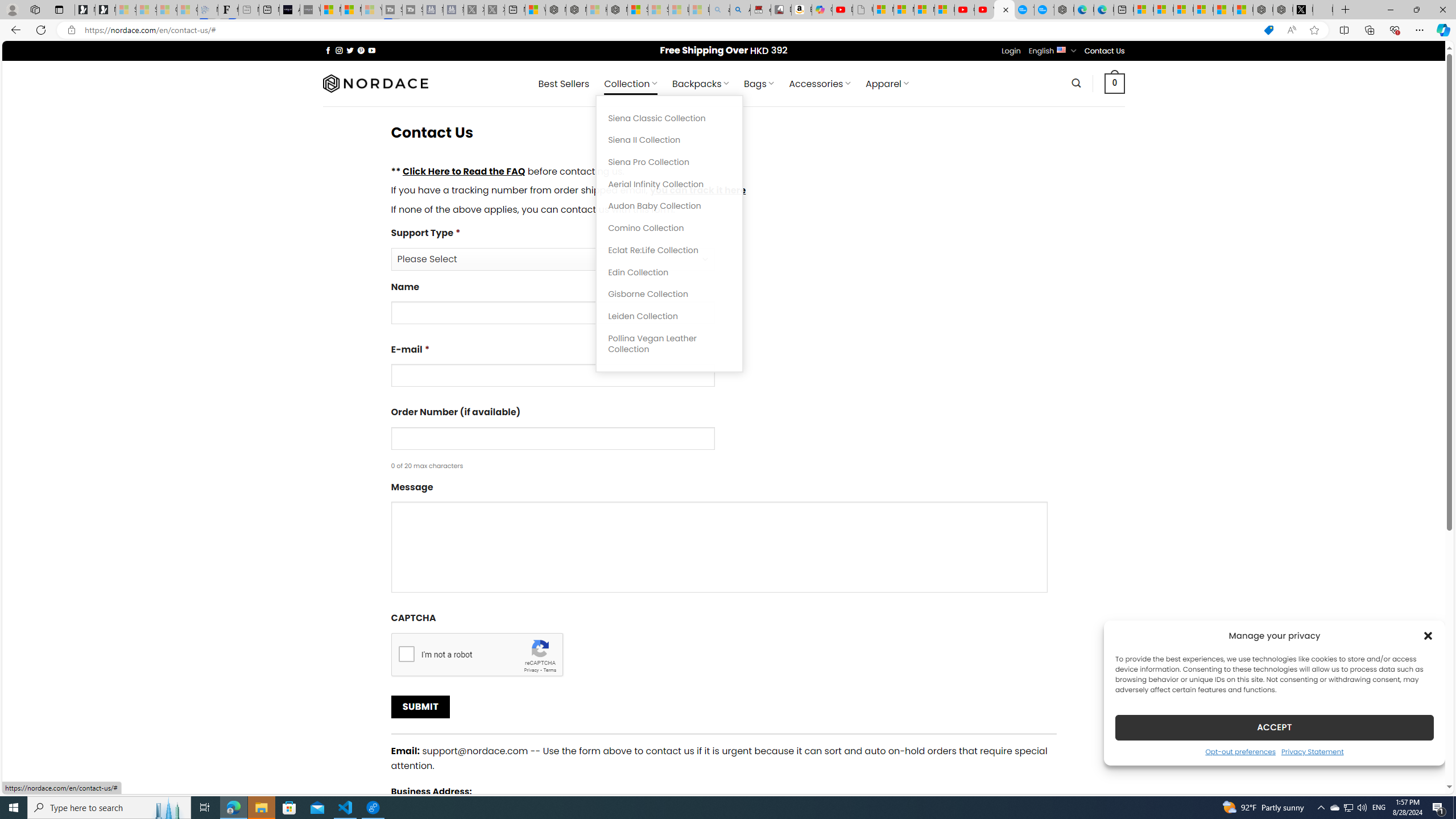 This screenshot has width=1456, height=819. I want to click on 'Day 1: Arriving in Yemen (surreal to be here) - YouTube', so click(841, 9).